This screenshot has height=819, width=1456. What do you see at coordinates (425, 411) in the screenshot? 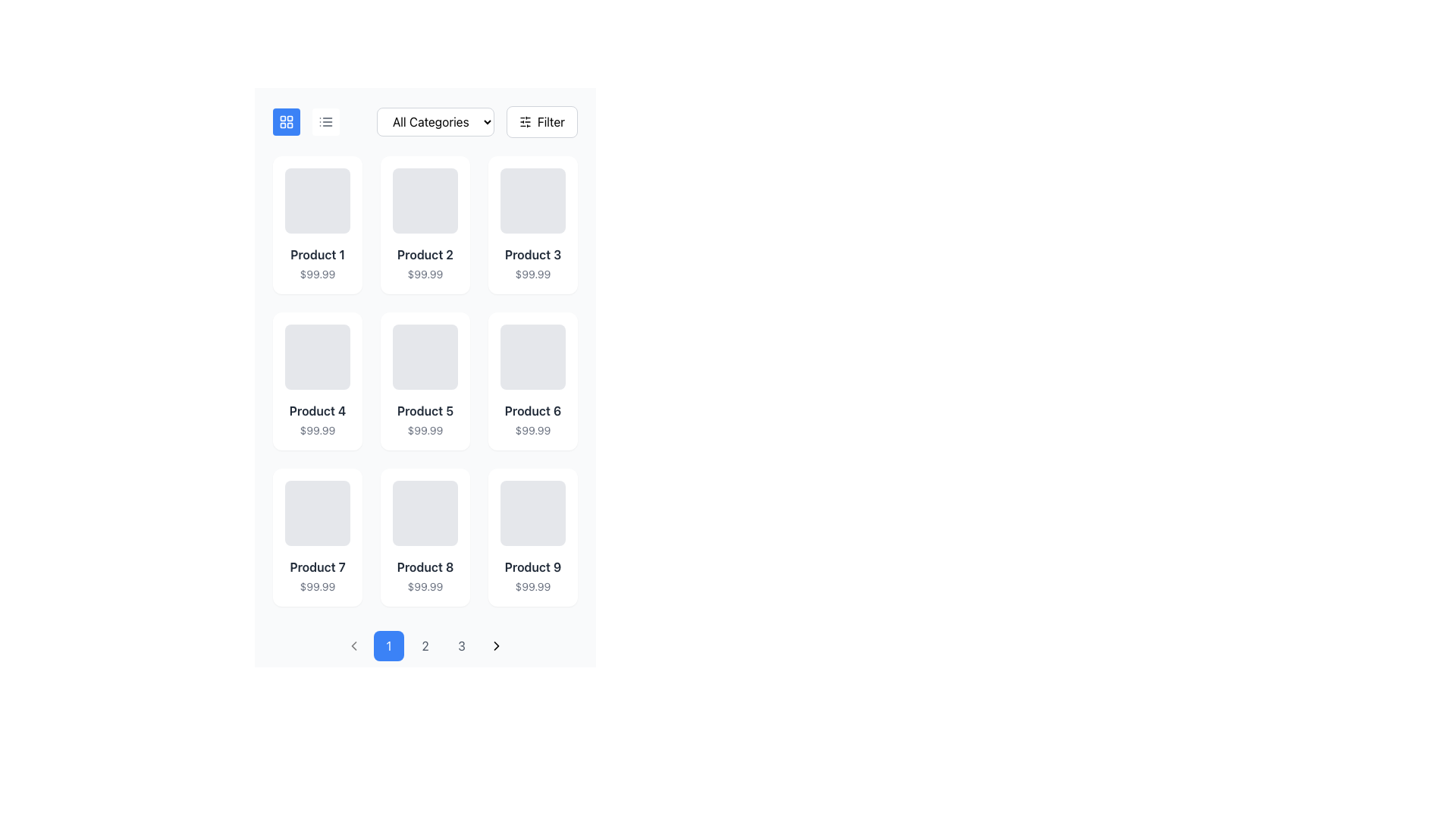
I see `the text label displaying the product name in the center column of the second row of the product grid` at bounding box center [425, 411].